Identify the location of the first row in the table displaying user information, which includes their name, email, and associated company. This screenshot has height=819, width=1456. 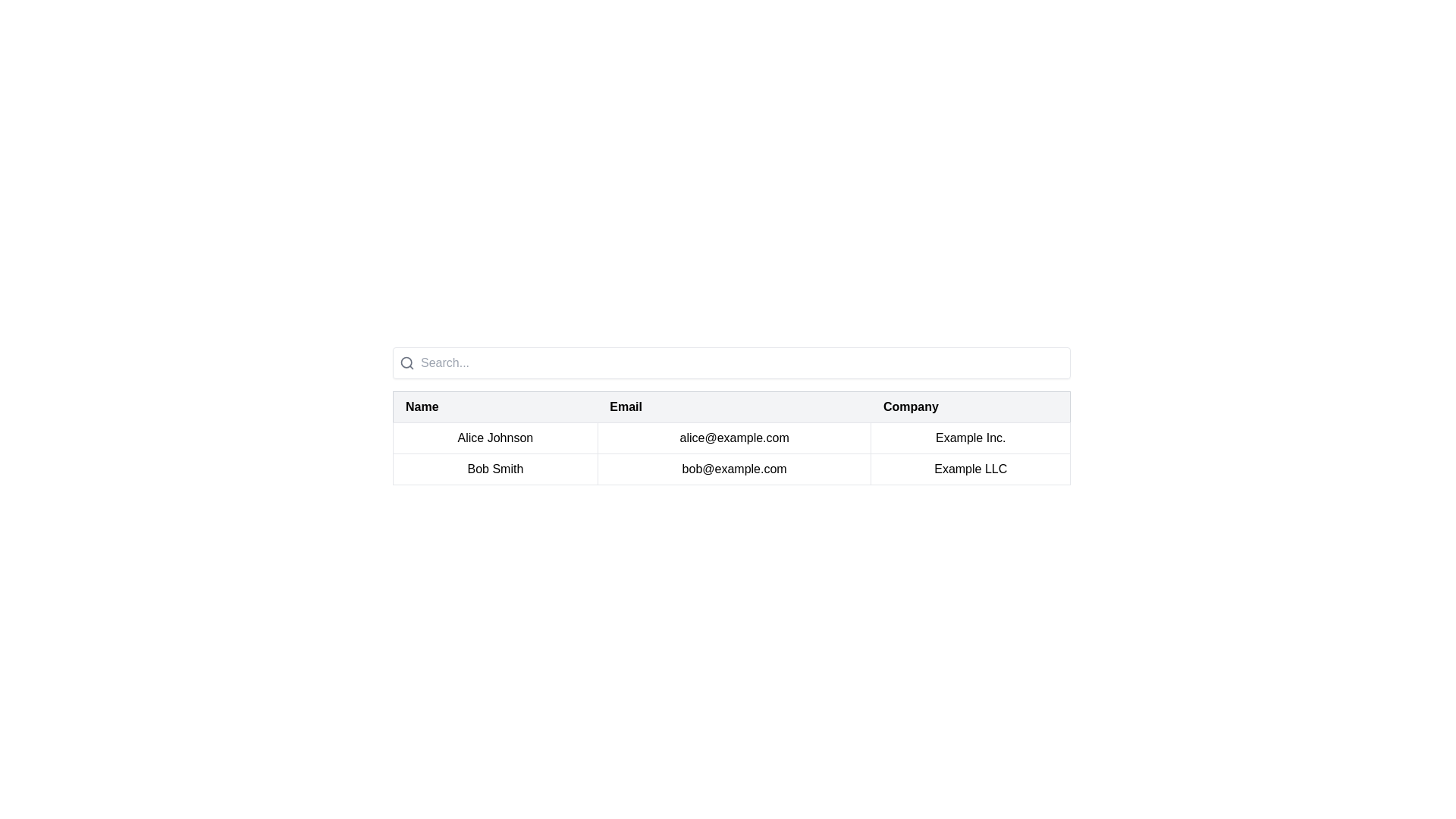
(731, 438).